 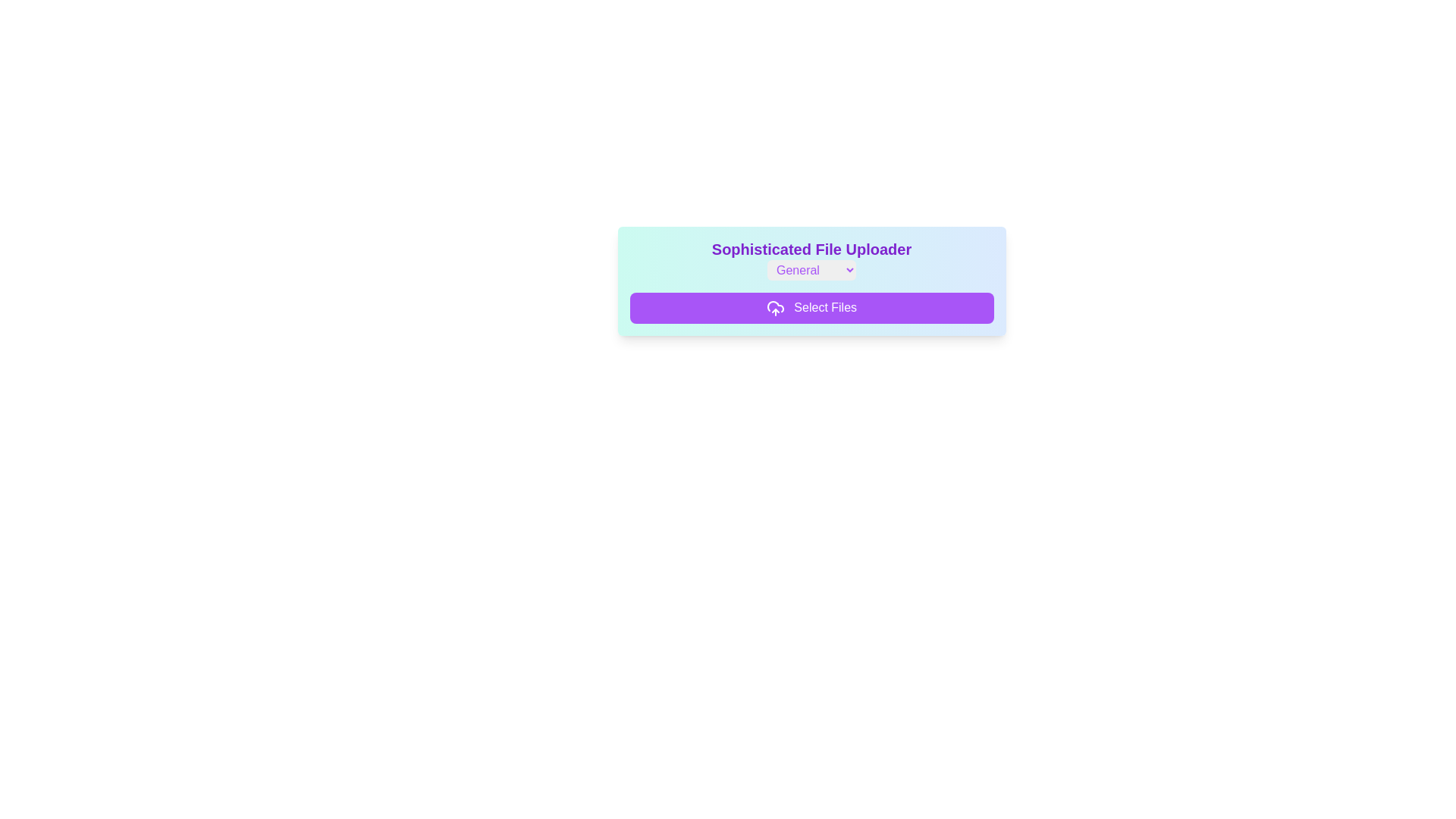 What do you see at coordinates (811, 269) in the screenshot?
I see `the dropdown menu located beneath the 'Sophisticated File Uploader' title` at bounding box center [811, 269].